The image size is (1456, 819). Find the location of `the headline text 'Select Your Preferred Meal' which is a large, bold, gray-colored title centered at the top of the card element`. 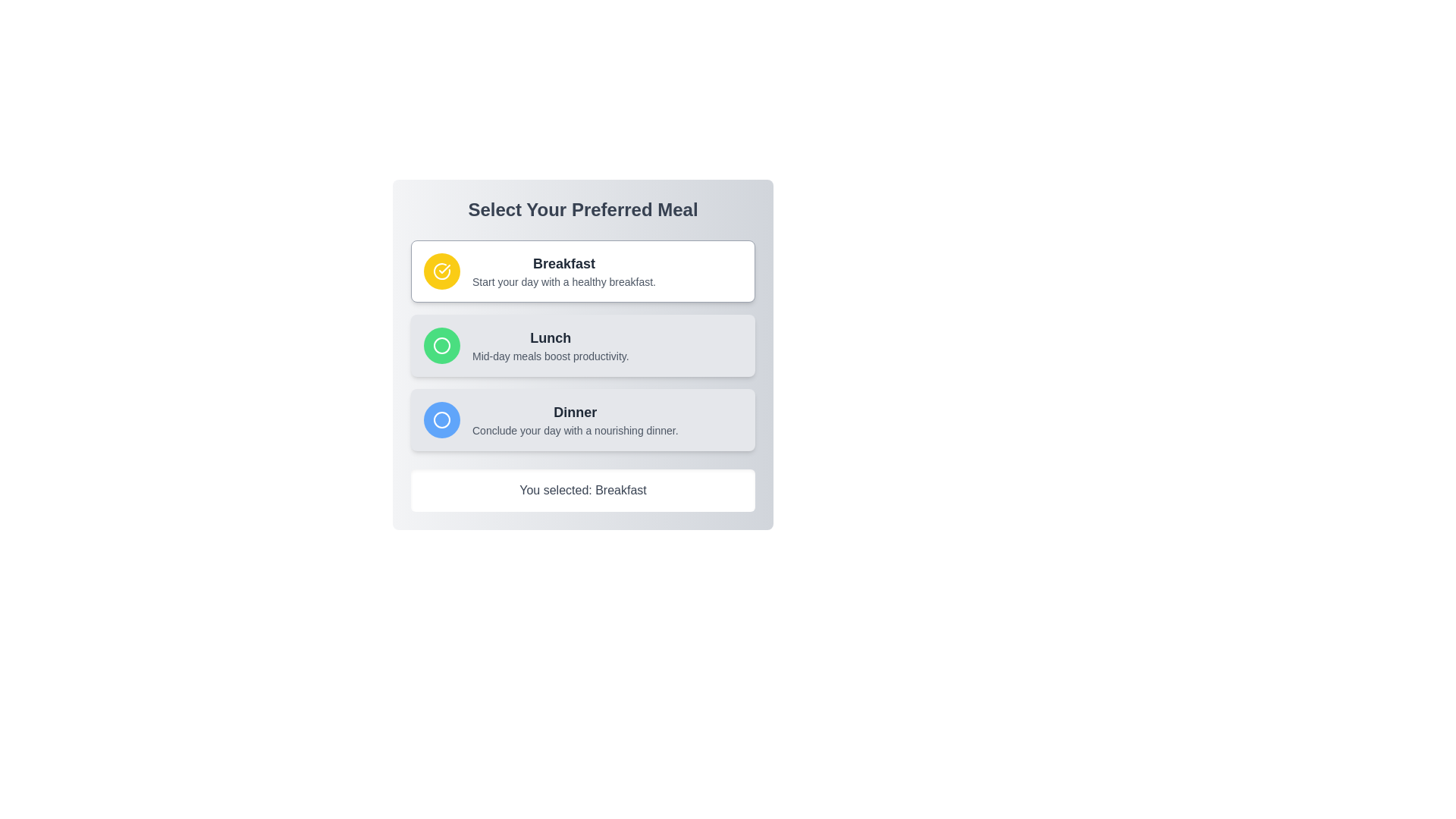

the headline text 'Select Your Preferred Meal' which is a large, bold, gray-colored title centered at the top of the card element is located at coordinates (582, 210).